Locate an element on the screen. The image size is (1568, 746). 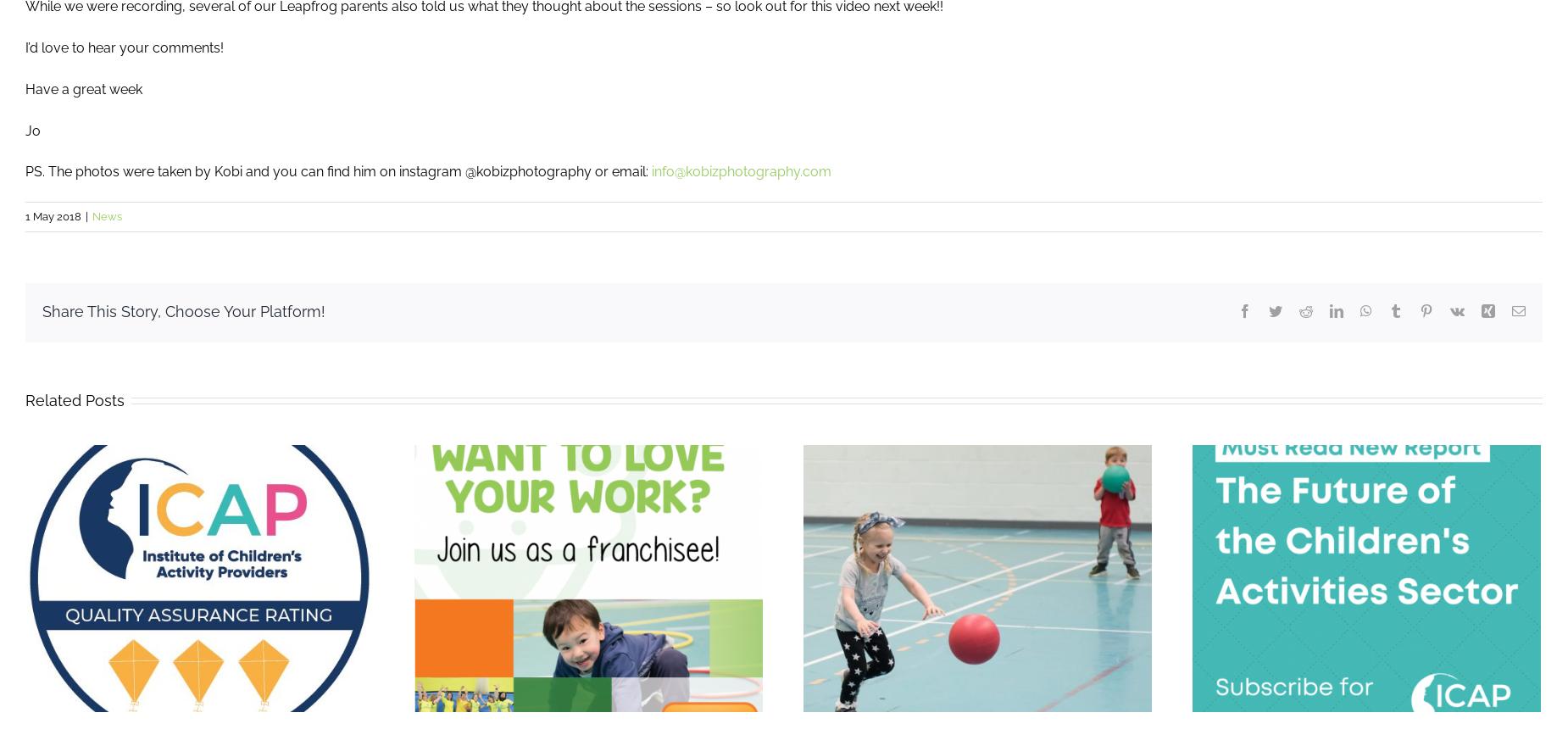
'Have a great week' is located at coordinates (82, 87).